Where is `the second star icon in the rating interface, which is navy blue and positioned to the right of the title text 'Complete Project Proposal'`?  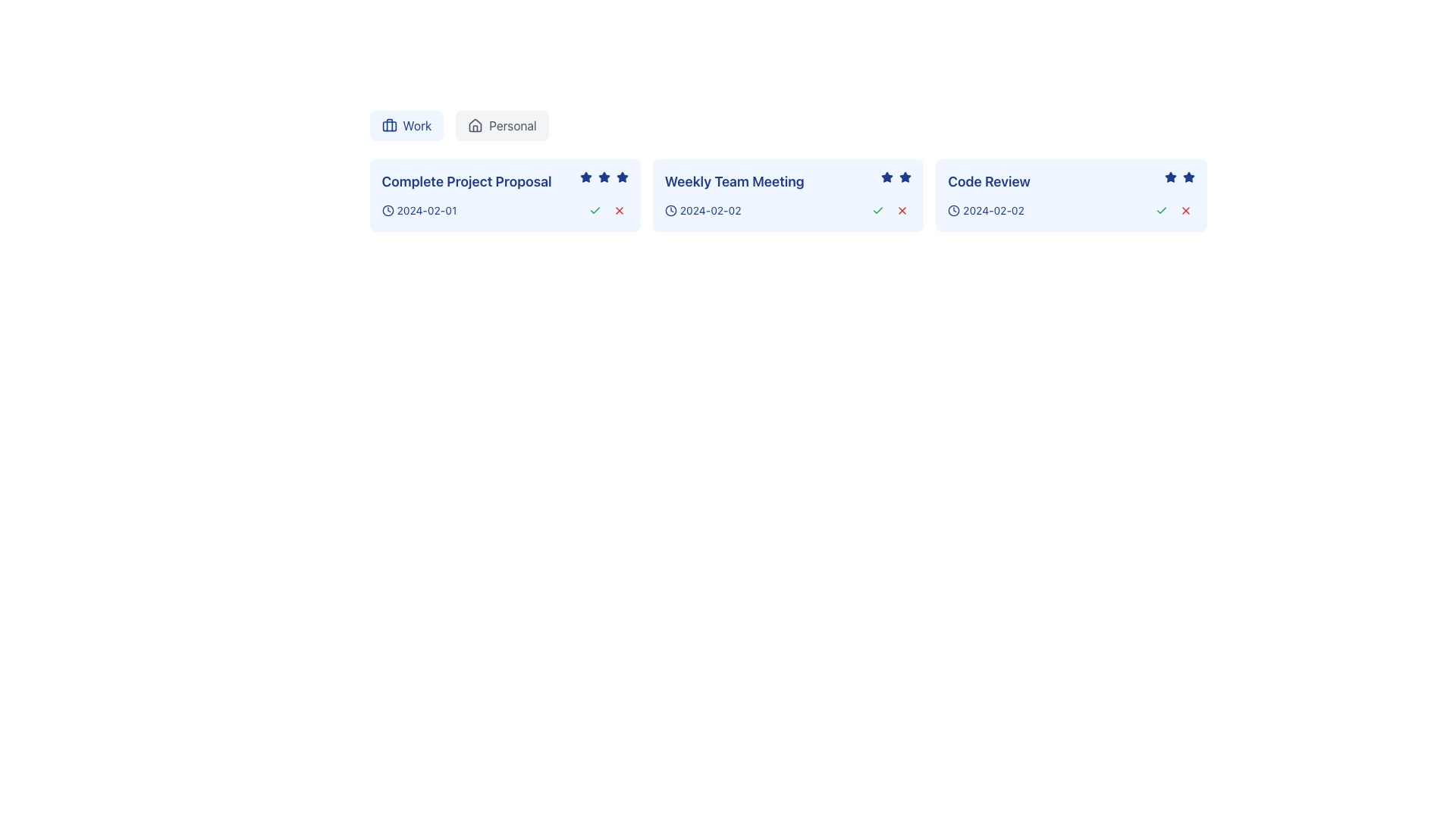 the second star icon in the rating interface, which is navy blue and positioned to the right of the title text 'Complete Project Proposal' is located at coordinates (603, 177).